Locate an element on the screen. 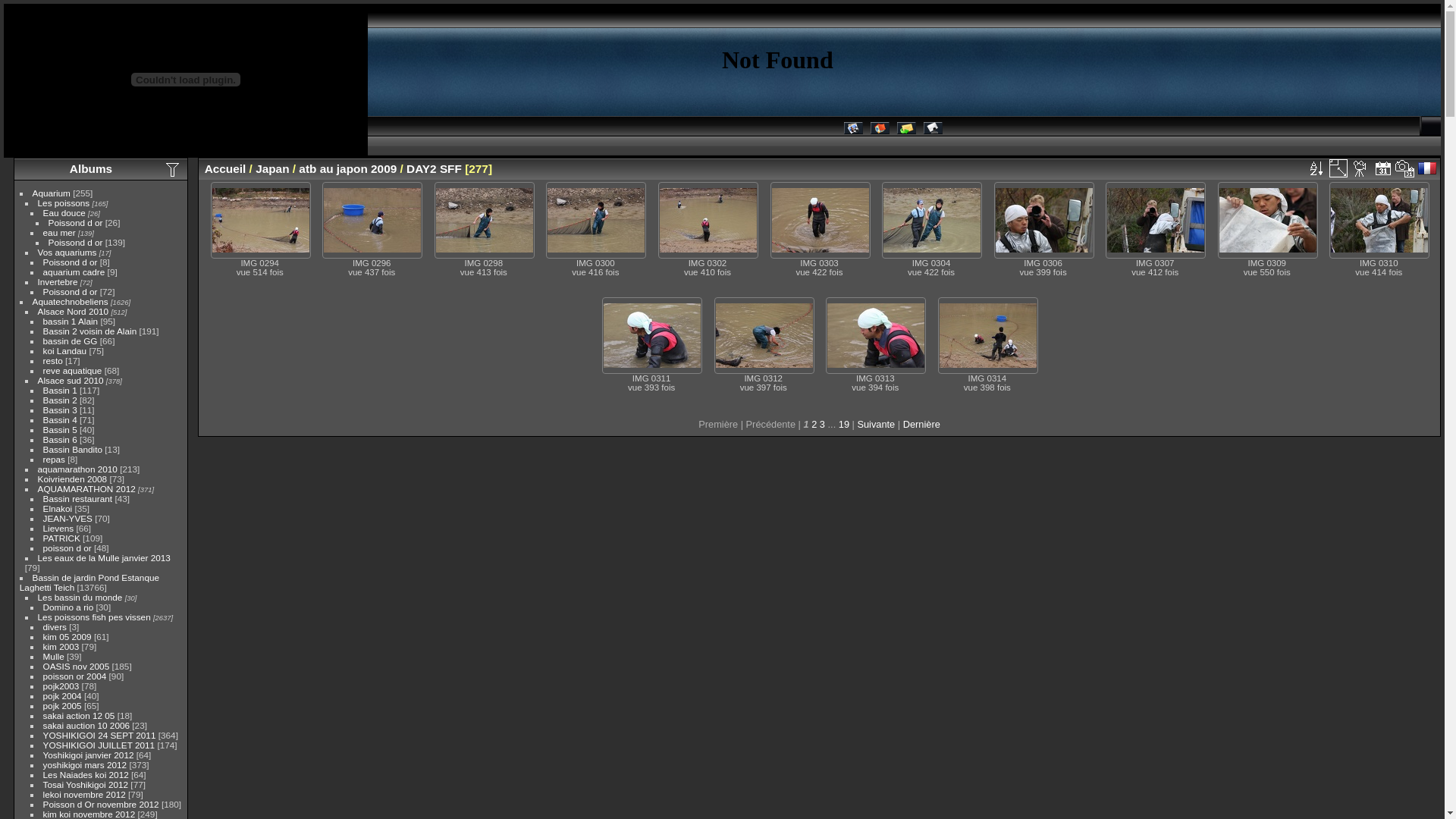 This screenshot has width=1456, height=819. 'YOSHIKIGOI 24 SEPT 2011' is located at coordinates (99, 734).